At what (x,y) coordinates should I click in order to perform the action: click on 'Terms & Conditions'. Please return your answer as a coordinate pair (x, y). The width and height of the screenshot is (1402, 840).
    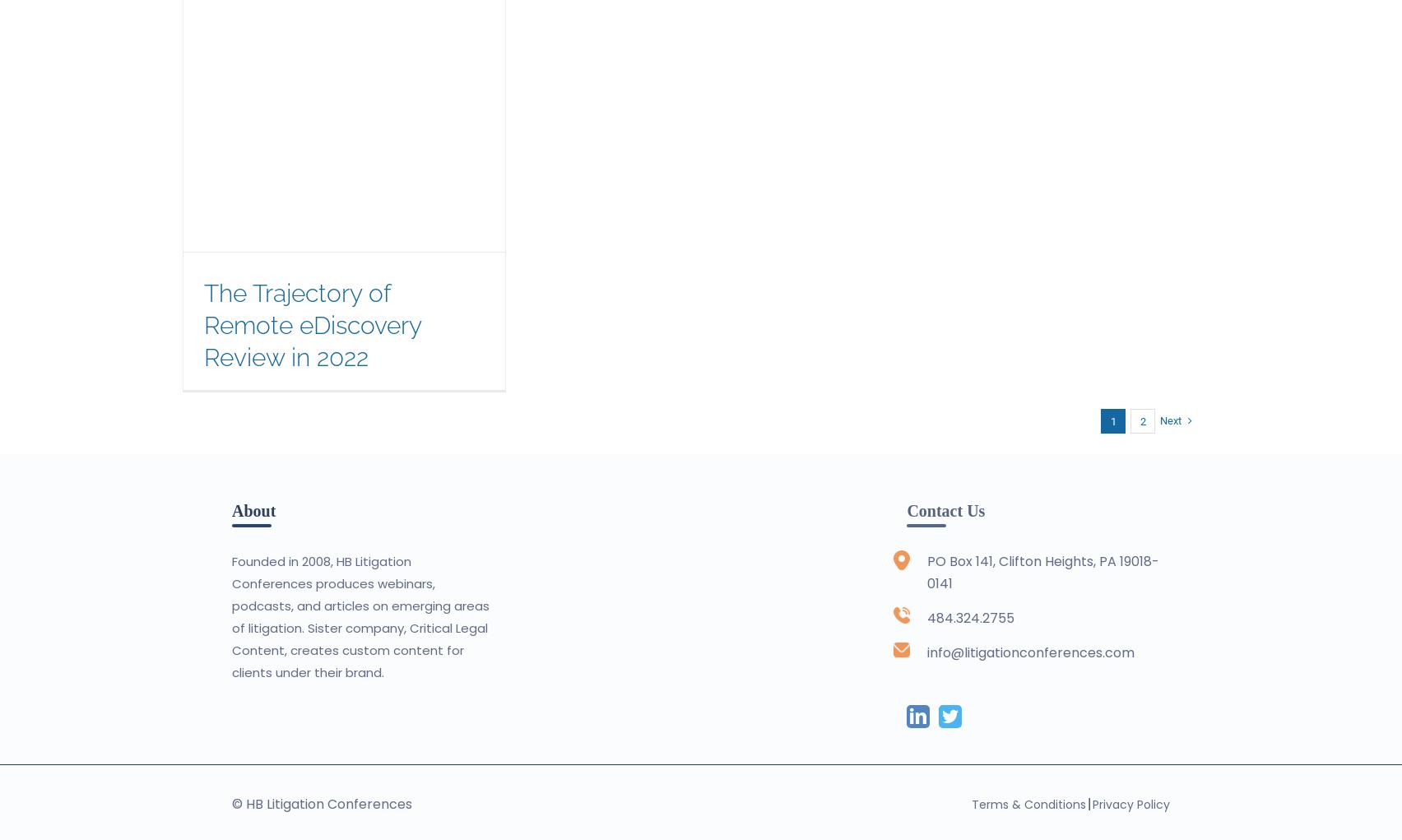
    Looking at the image, I should click on (1028, 802).